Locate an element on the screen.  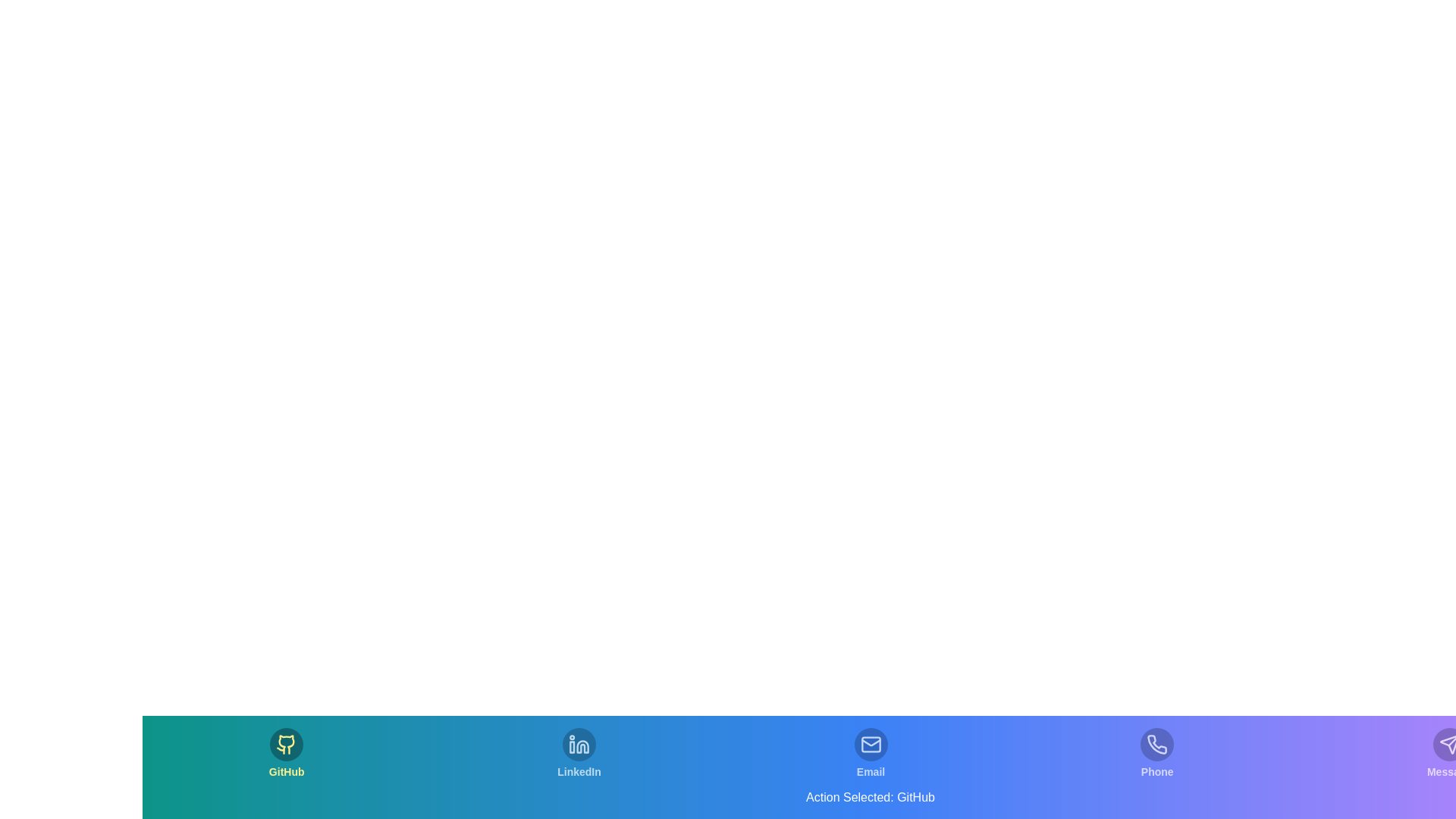
the icon labeled Email to observe its hover effect is located at coordinates (870, 754).